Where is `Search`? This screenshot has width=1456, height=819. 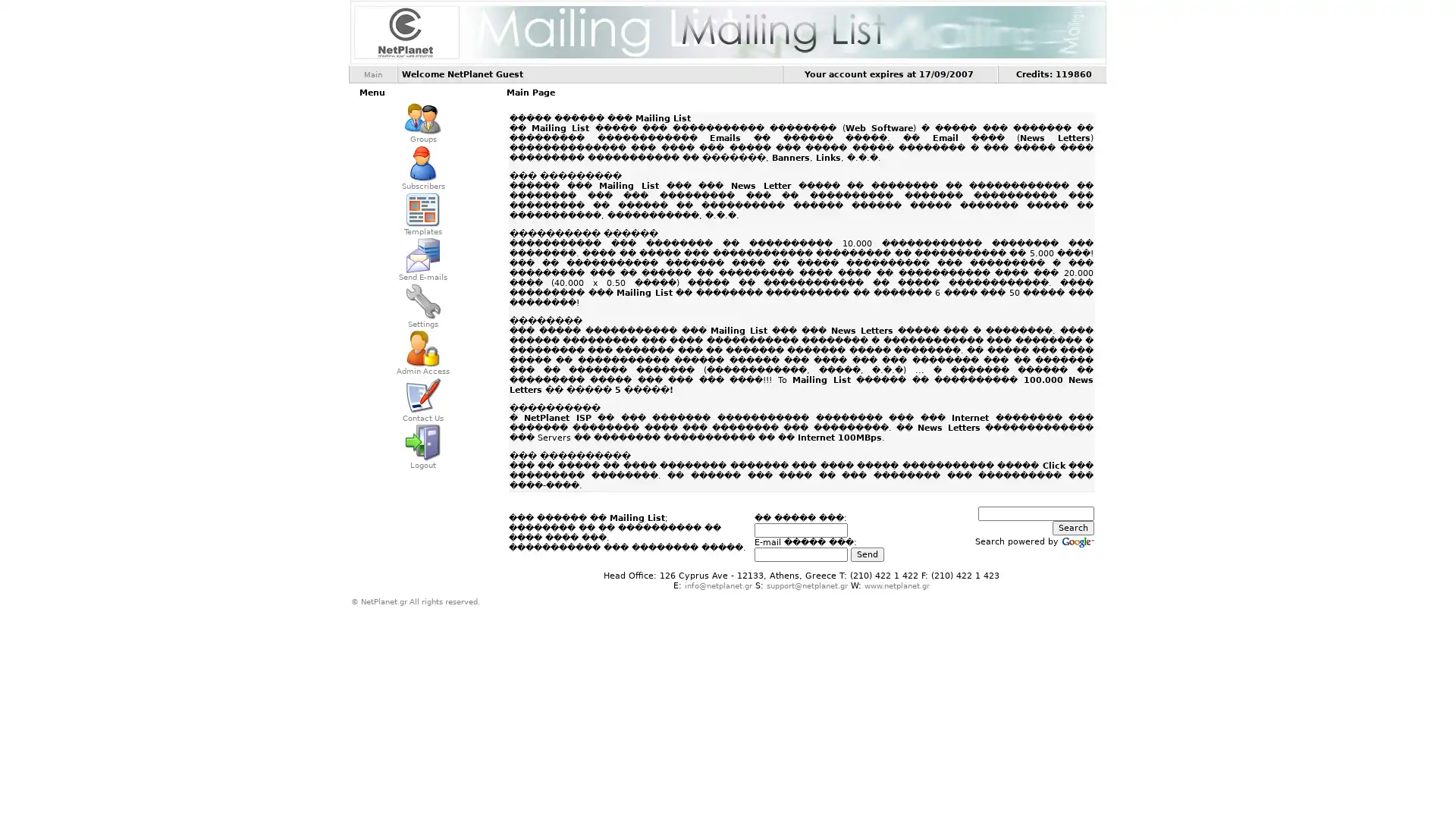 Search is located at coordinates (1072, 527).